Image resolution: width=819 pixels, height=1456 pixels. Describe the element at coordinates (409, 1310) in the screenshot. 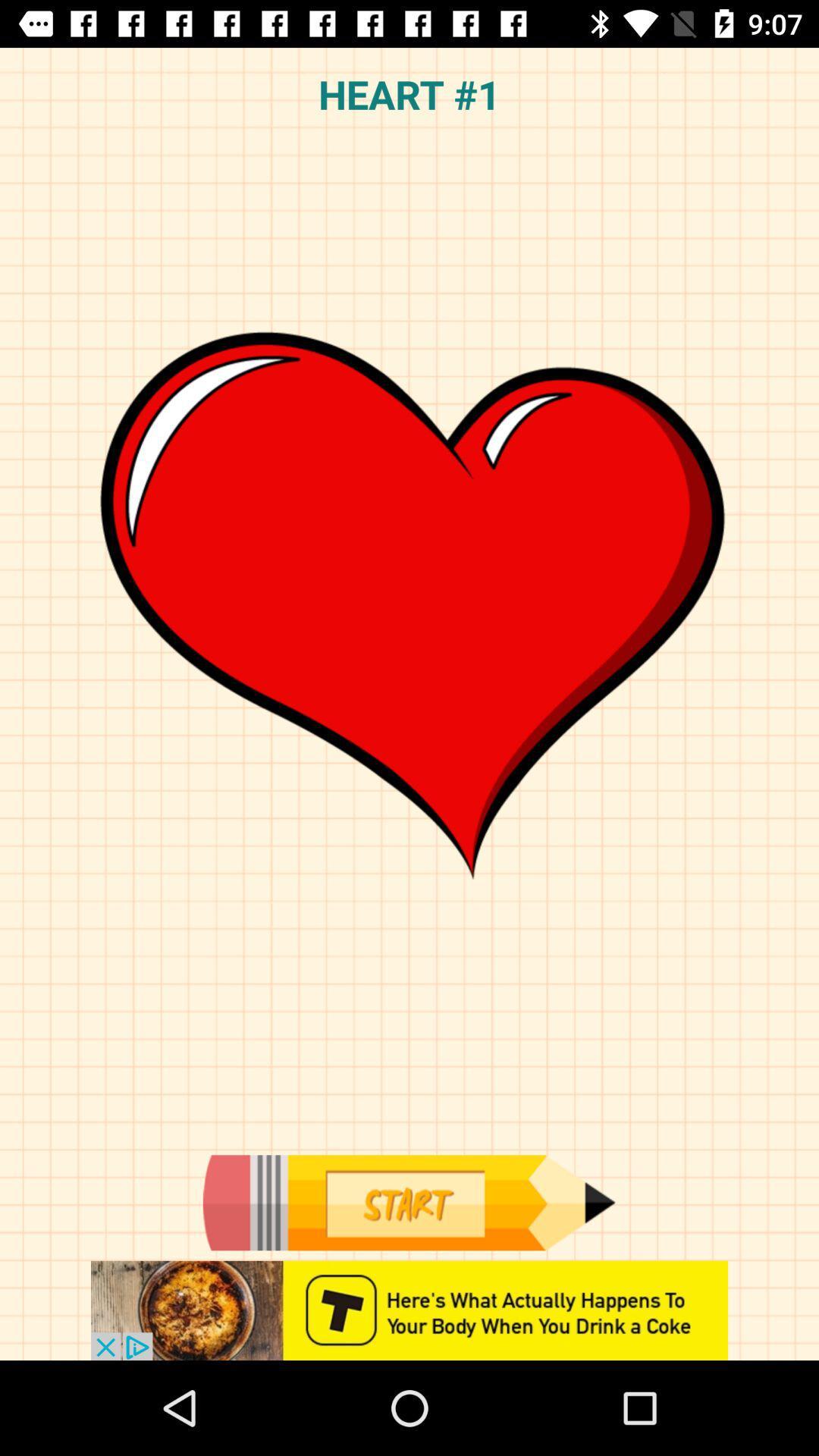

I see `its a advertisement` at that location.